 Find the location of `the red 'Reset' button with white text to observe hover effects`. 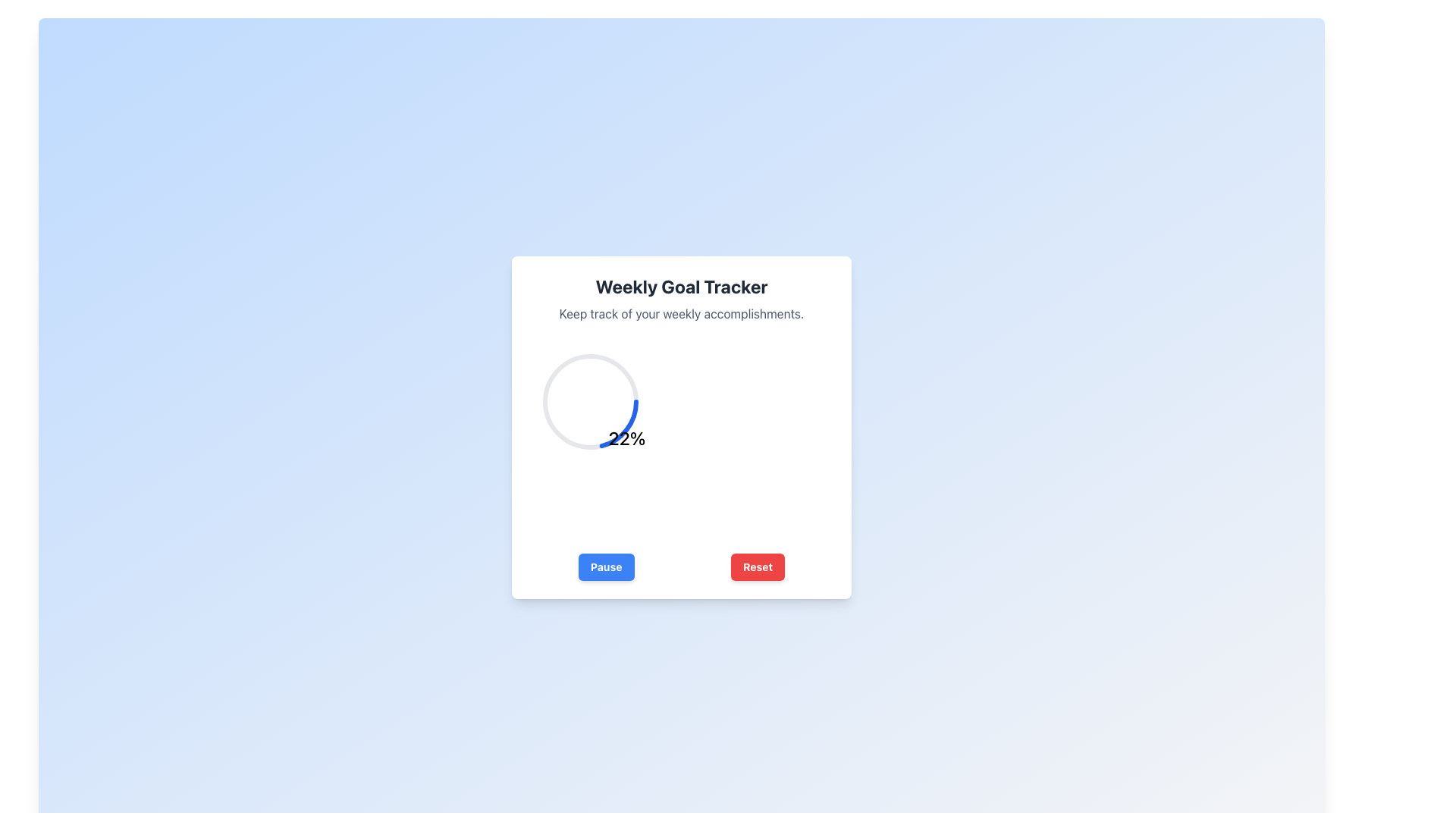

the red 'Reset' button with white text to observe hover effects is located at coordinates (758, 567).